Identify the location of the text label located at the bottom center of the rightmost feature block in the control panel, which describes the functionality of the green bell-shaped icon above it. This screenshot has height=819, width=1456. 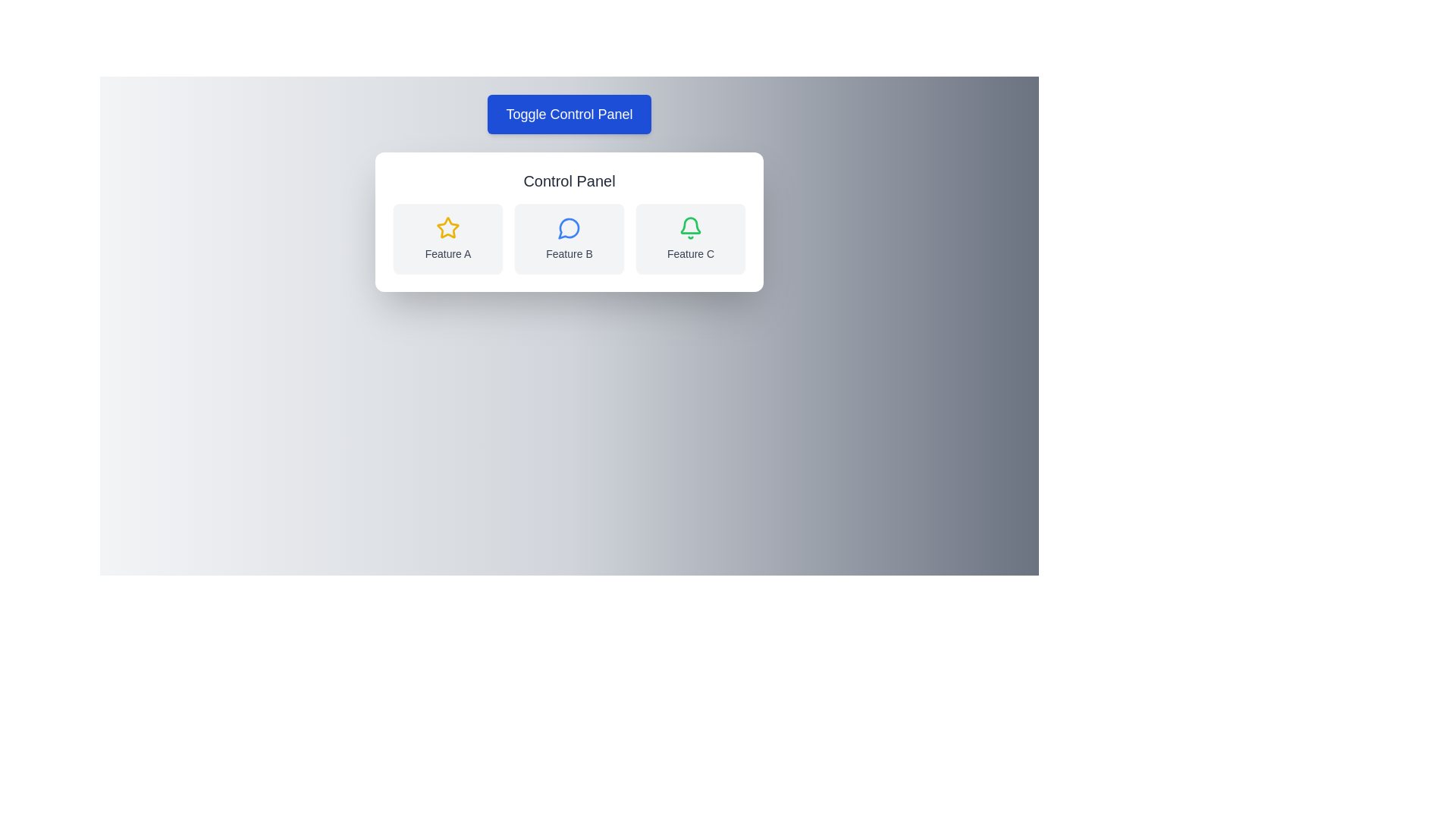
(690, 253).